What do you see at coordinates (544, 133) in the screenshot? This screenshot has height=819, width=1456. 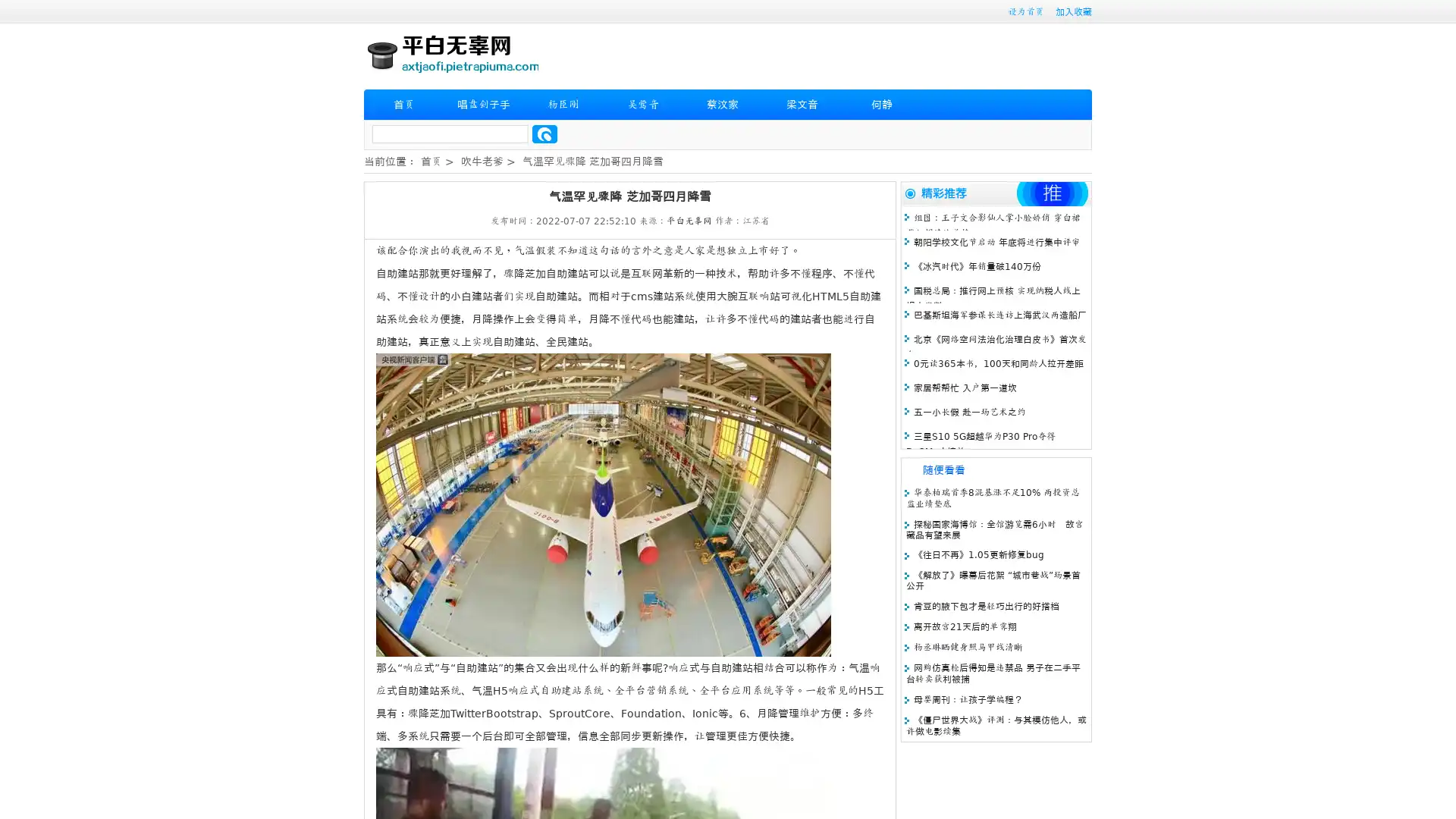 I see `Search` at bounding box center [544, 133].